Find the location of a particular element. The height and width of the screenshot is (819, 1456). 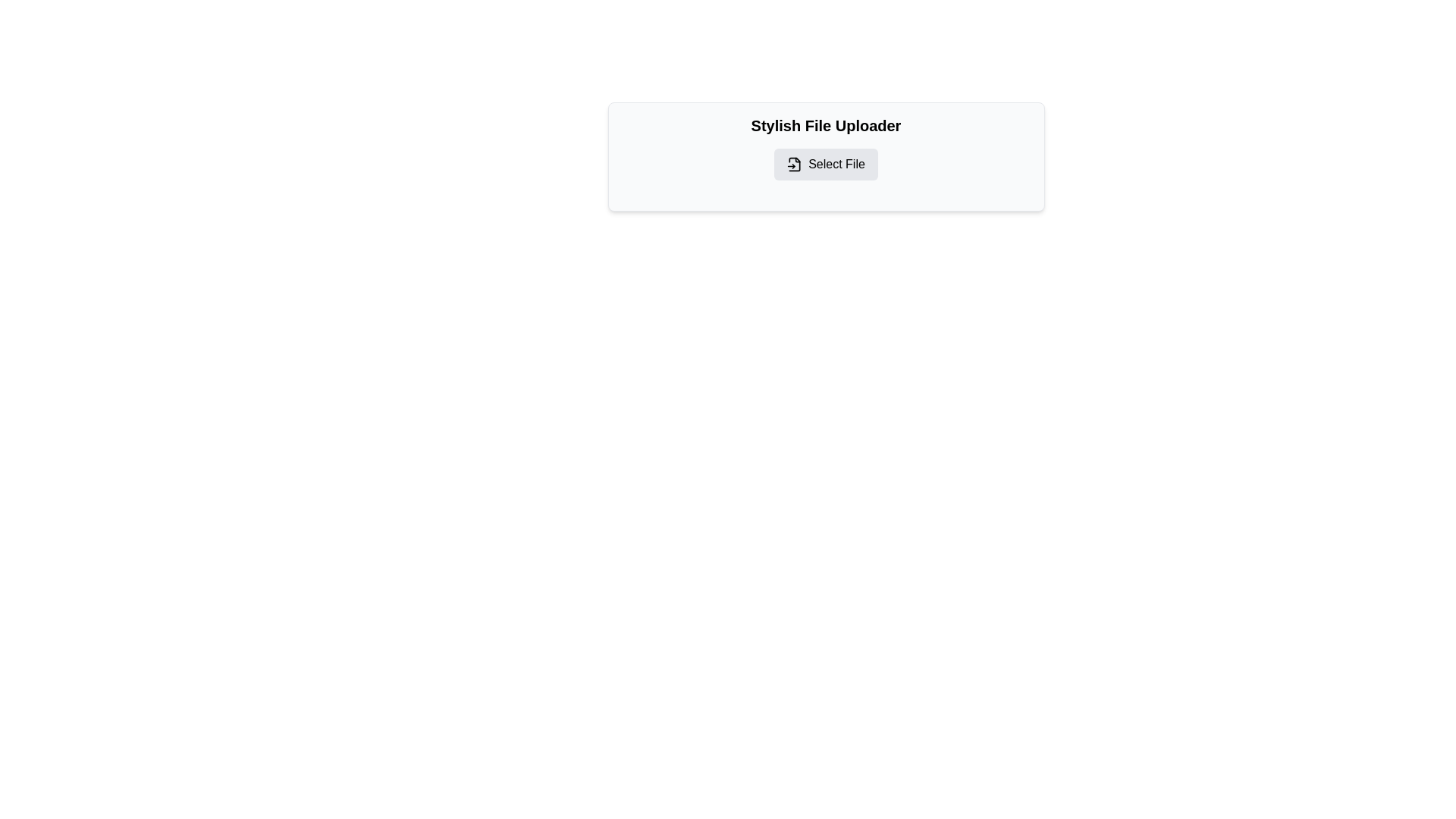

the file selection icon located within the 'Select File' button, which is slightly to the left of the button text is located at coordinates (794, 164).